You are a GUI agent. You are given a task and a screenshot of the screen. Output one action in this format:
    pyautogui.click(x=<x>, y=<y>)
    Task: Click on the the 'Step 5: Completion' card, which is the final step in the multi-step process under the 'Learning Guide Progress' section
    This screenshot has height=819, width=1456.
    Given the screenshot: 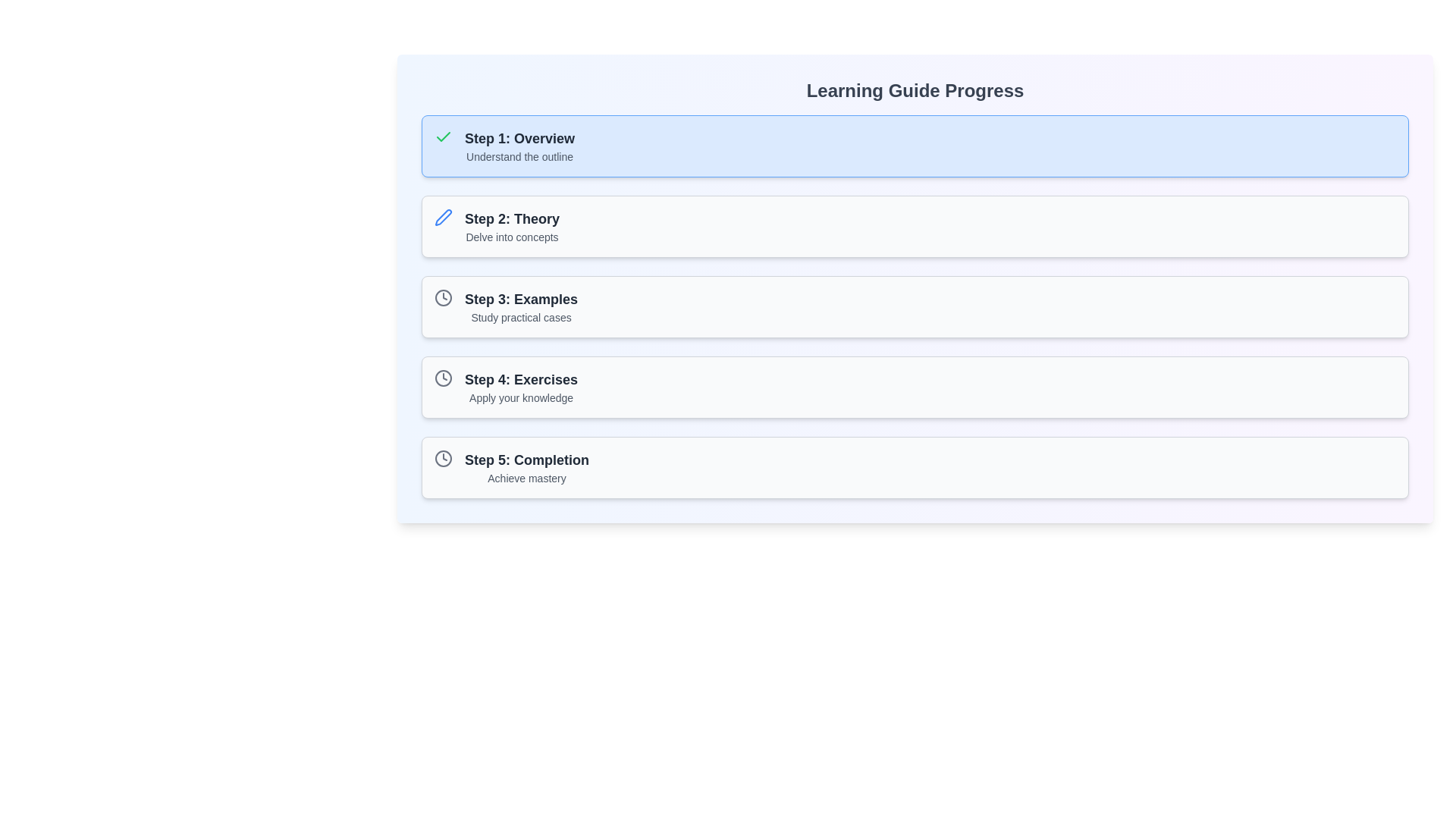 What is the action you would take?
    pyautogui.click(x=914, y=467)
    